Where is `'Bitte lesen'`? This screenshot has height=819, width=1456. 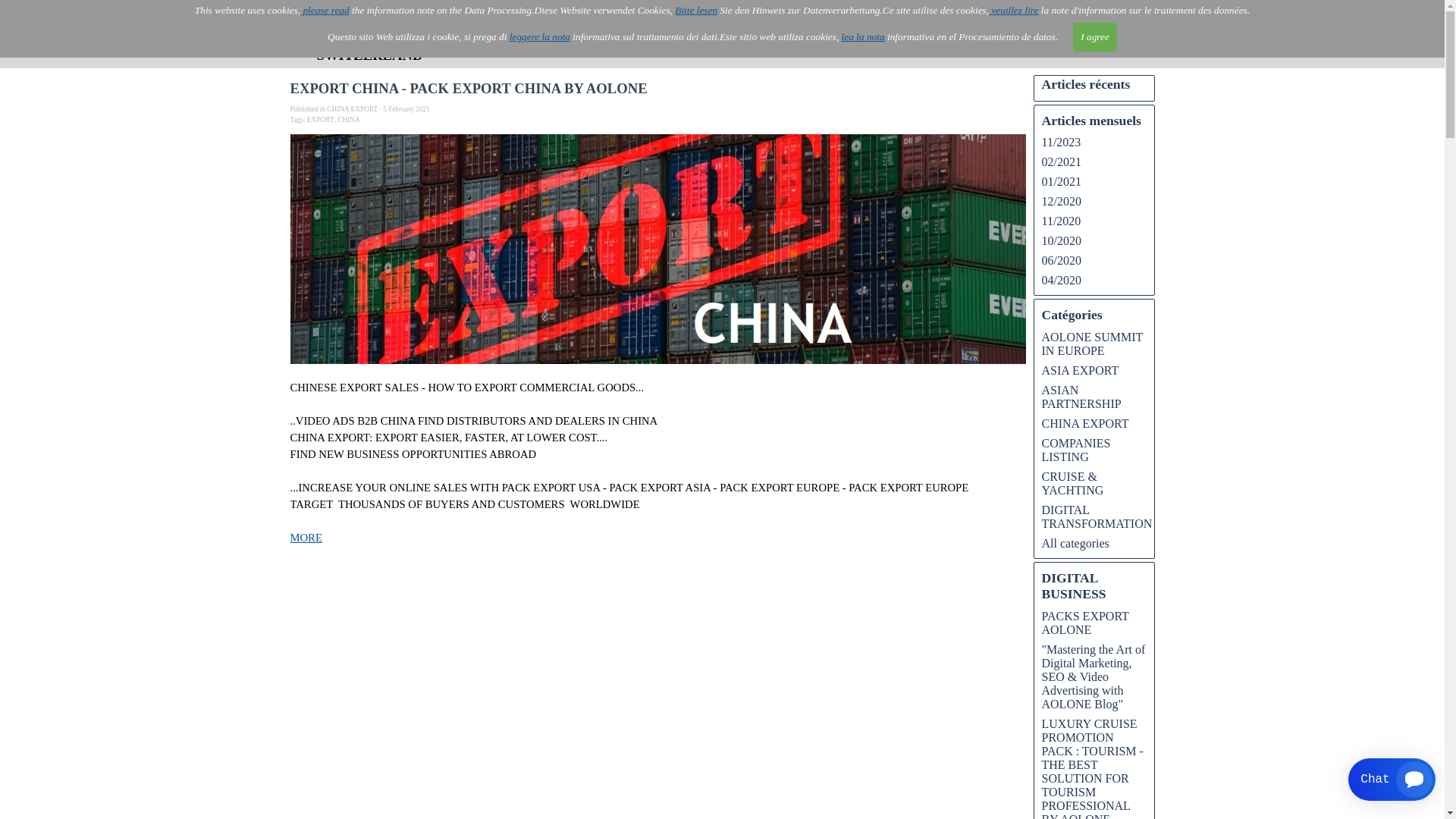 'Bitte lesen' is located at coordinates (695, 10).